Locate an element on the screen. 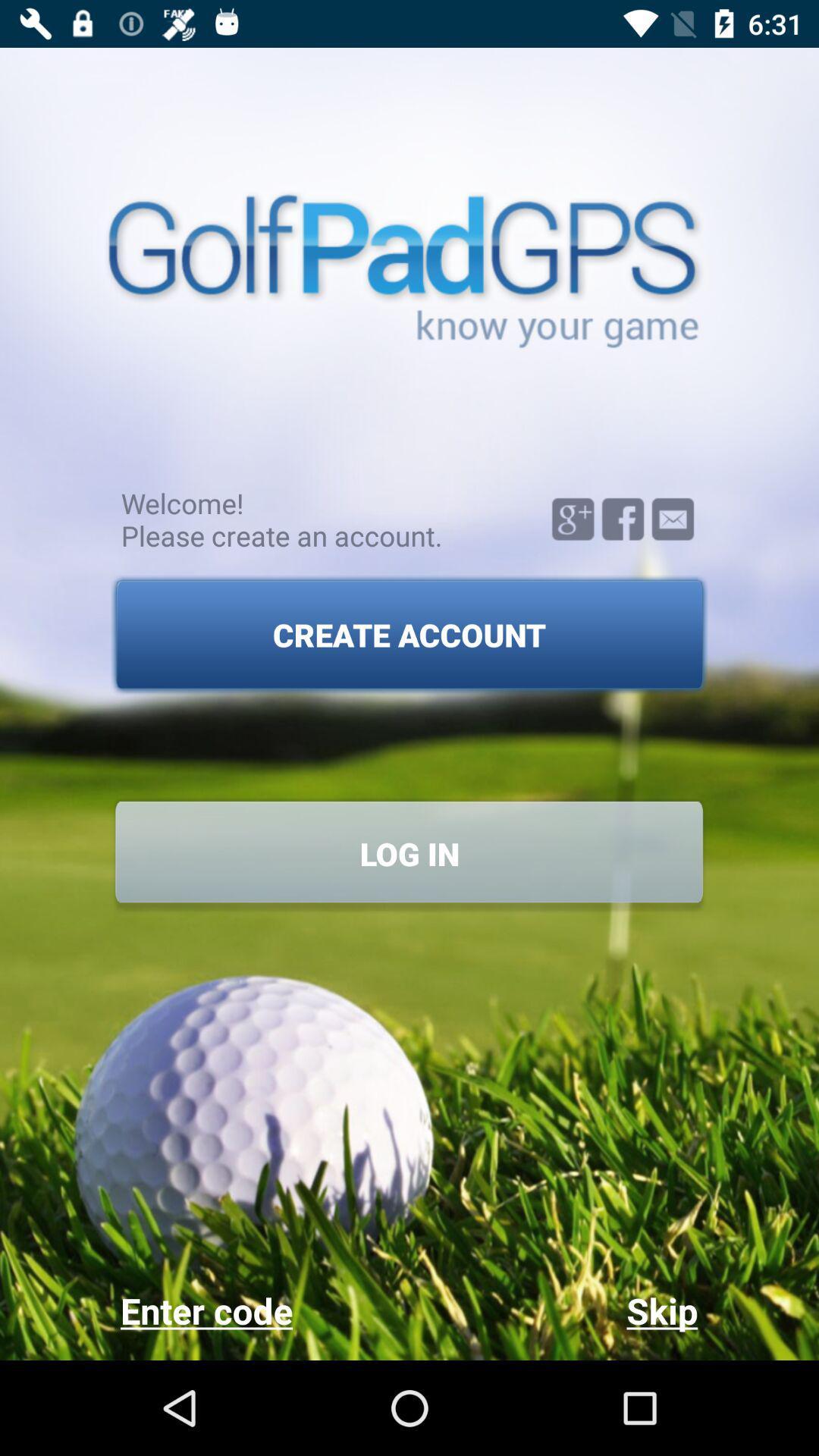  the log in is located at coordinates (409, 853).